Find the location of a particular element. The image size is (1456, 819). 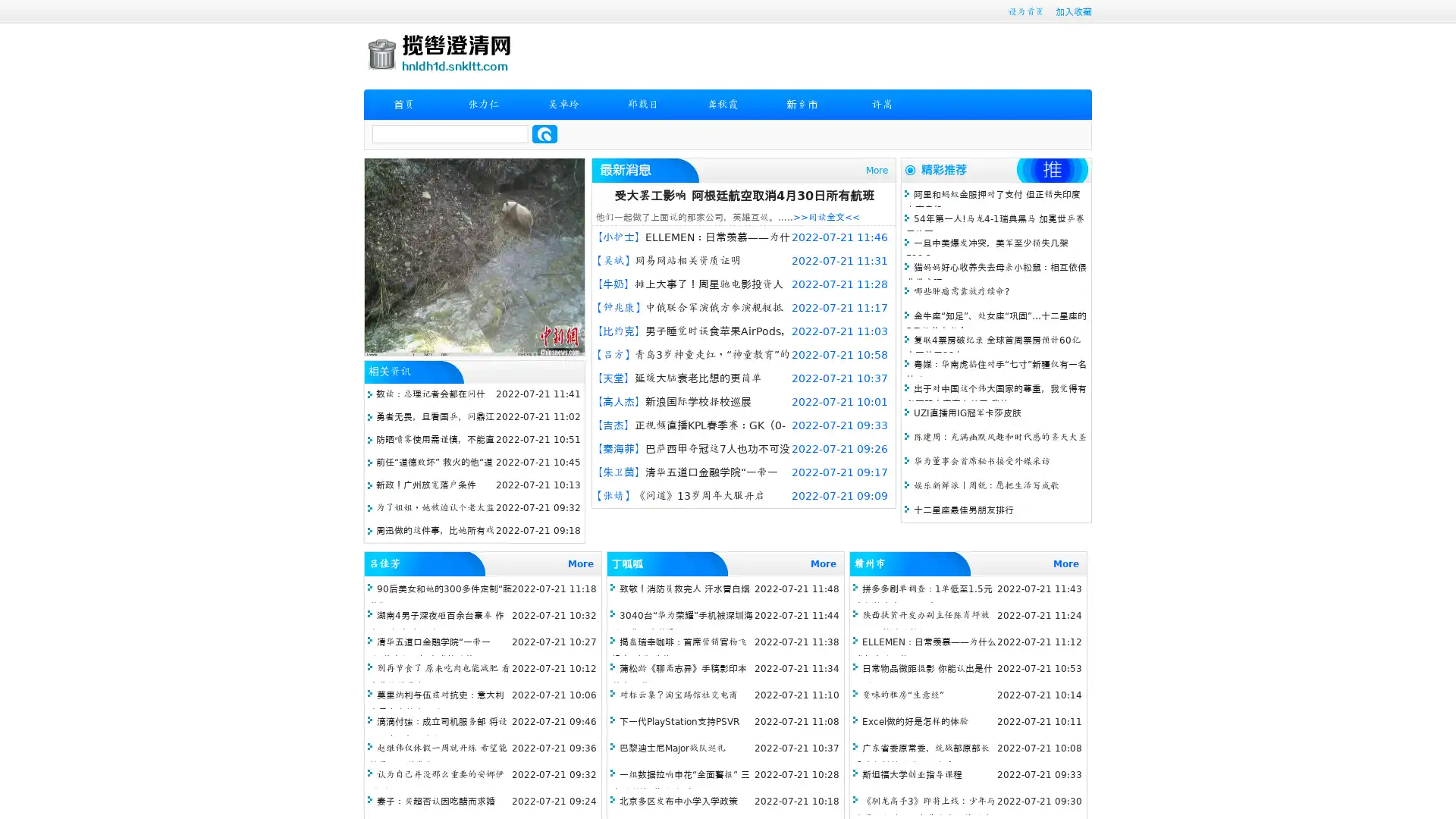

Search is located at coordinates (544, 133).